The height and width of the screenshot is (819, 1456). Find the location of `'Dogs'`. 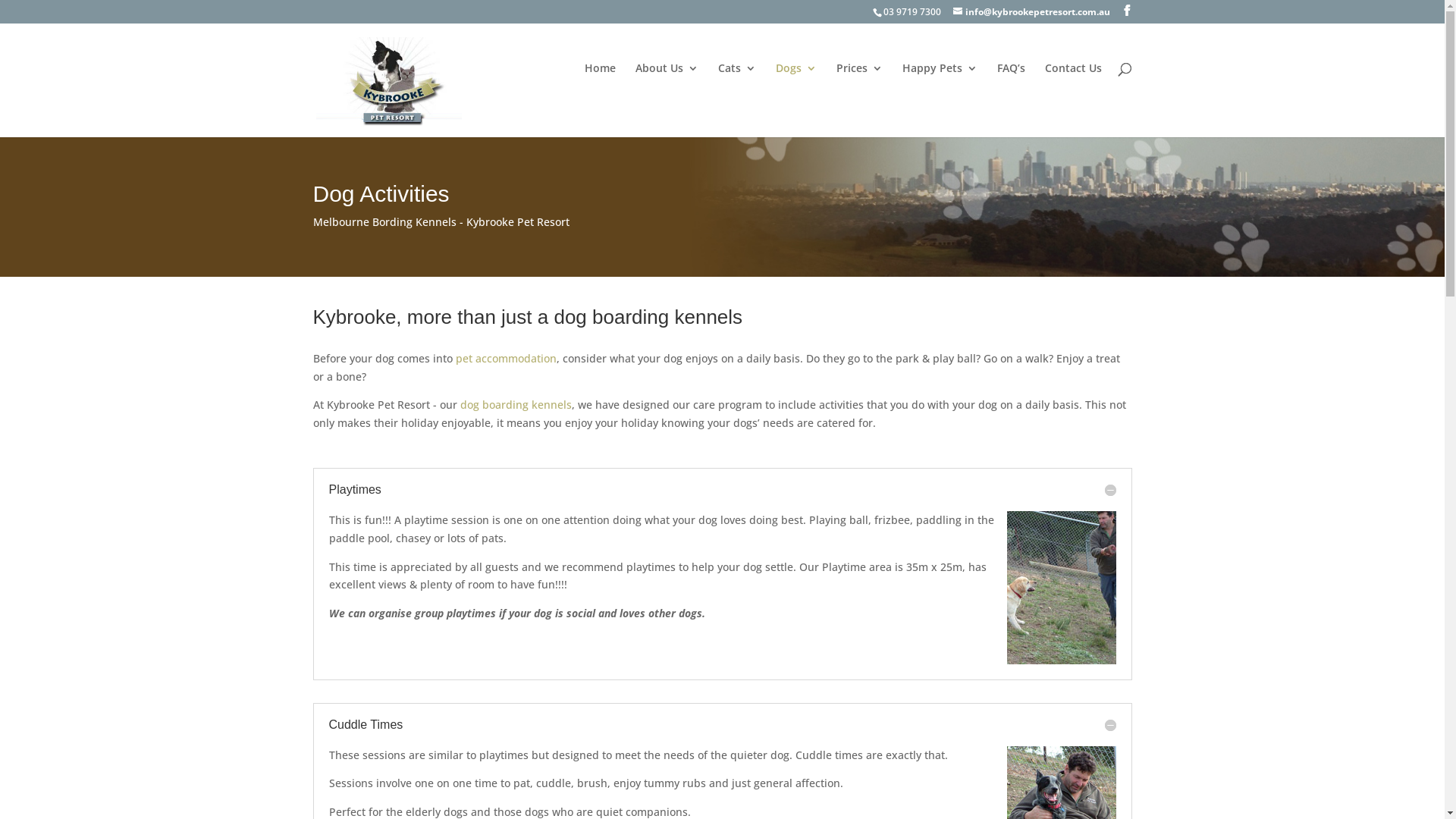

'Dogs' is located at coordinates (795, 87).